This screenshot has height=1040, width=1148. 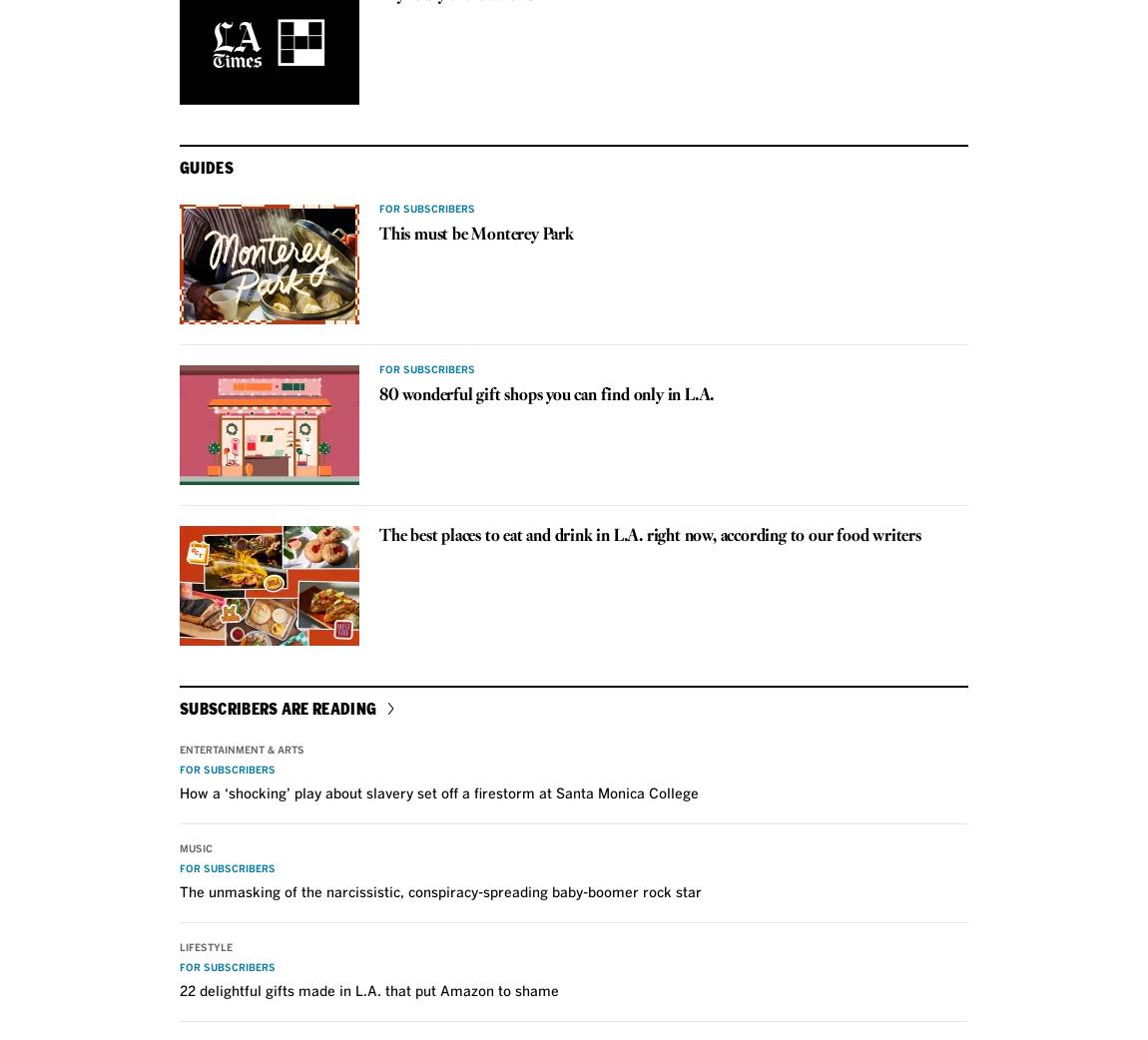 I want to click on 'Subscribers Are Reading', so click(x=277, y=706).